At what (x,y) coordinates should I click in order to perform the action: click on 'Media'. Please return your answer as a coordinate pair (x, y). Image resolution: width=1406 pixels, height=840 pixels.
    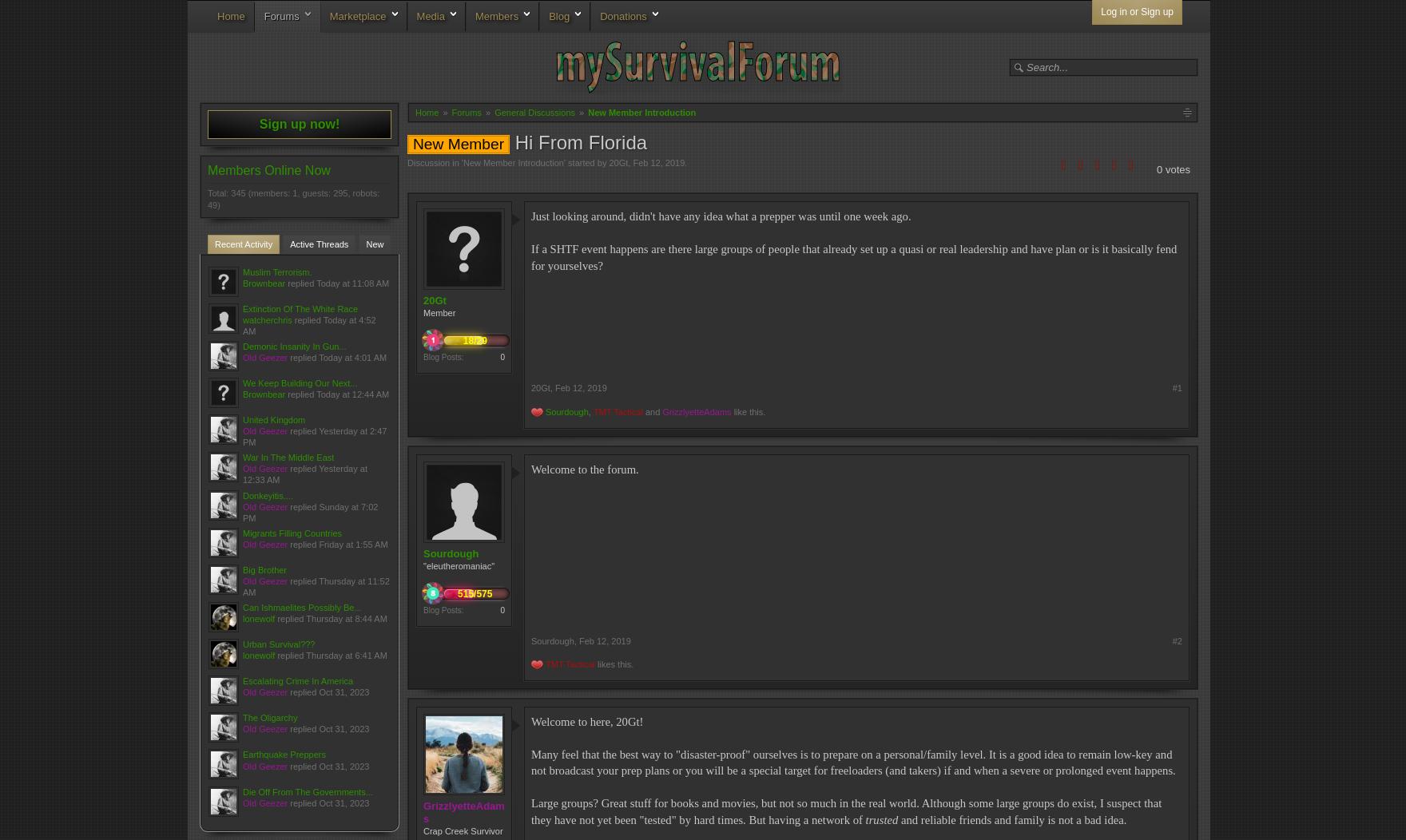
    Looking at the image, I should click on (430, 16).